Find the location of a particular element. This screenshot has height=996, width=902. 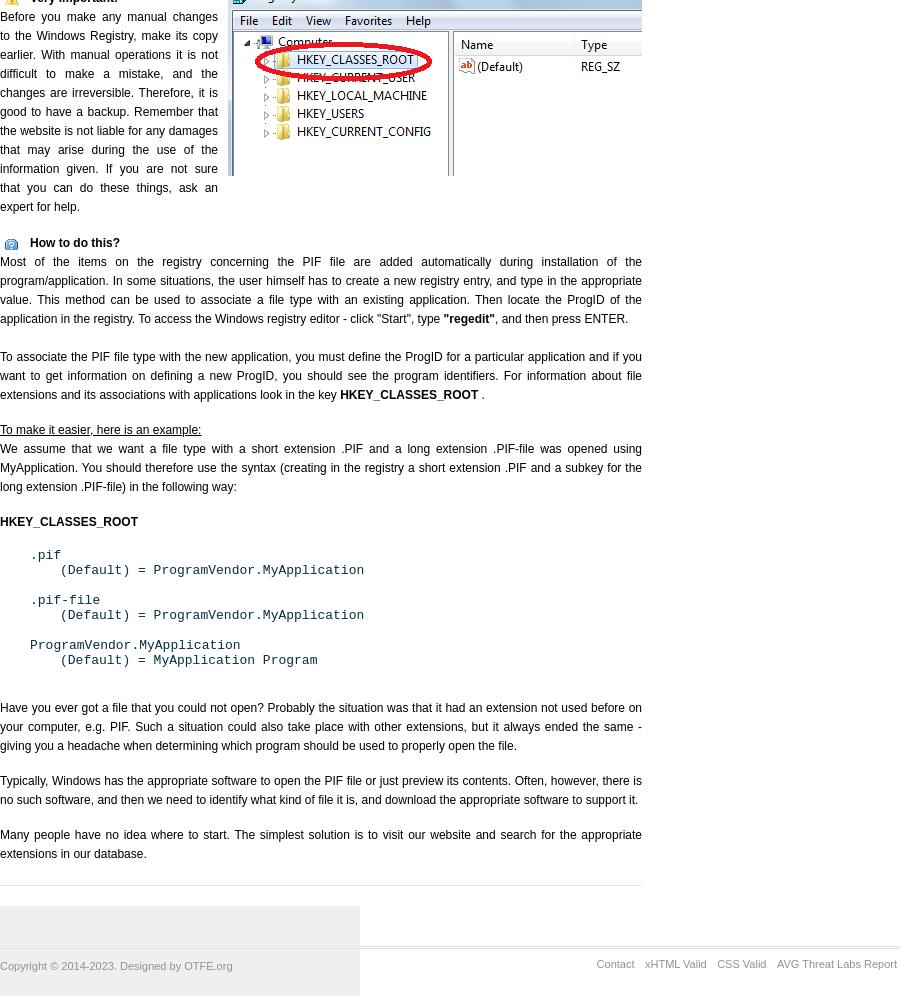

', and then press ENTER.' is located at coordinates (493, 318).